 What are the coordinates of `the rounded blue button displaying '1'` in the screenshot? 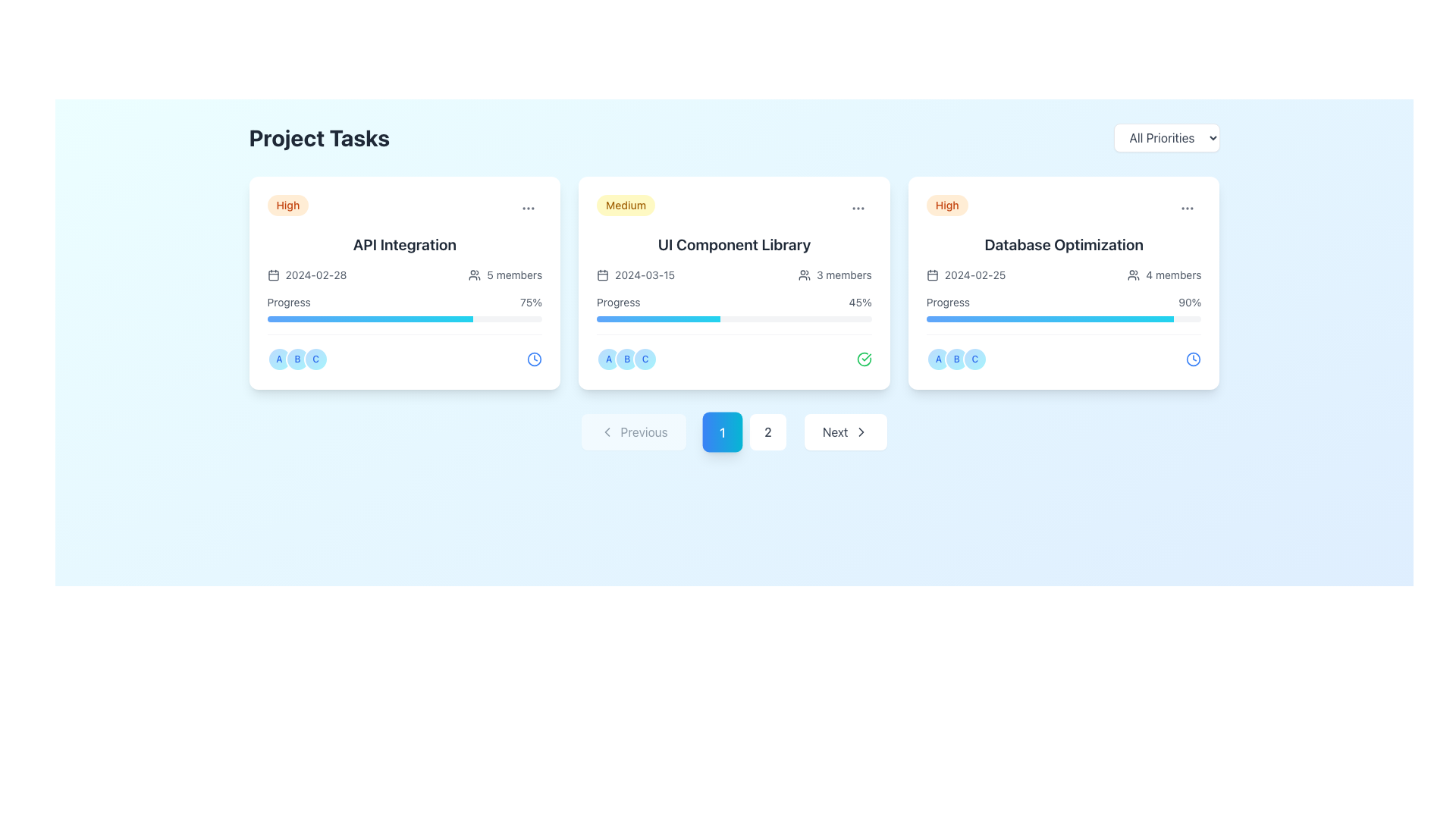 It's located at (734, 432).